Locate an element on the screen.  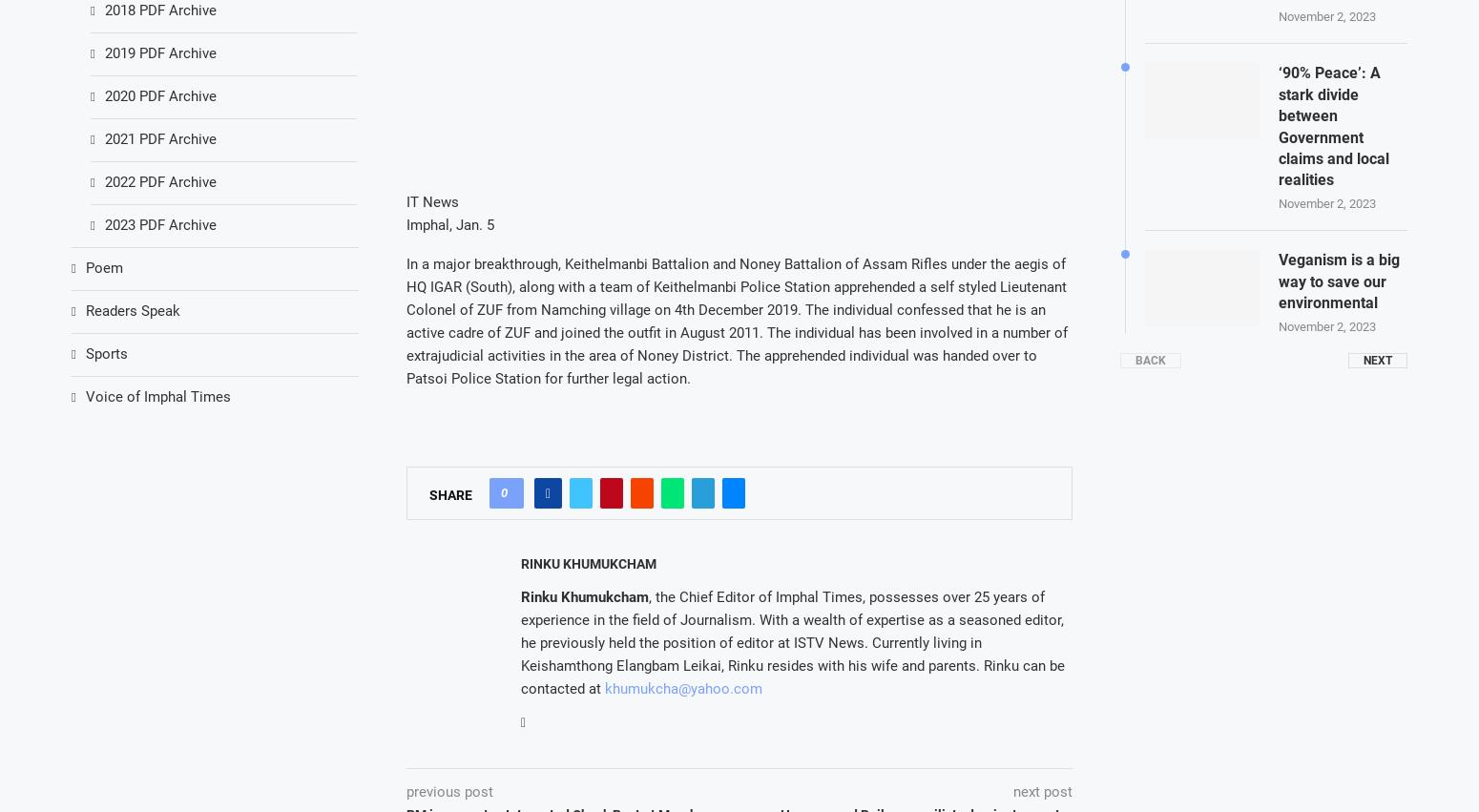
'In a major breakthrough, Keithelmanbi Battalion and Noney Battalion of Assam Rifles under the aegis of HQ IGAR (South), along with a team of Keithelmanbi Police Station apprehended a self styled Lieutenant Colonel of ZUF from Namching village on 4th December 2019. The individual confessed that he is an active cadre of ZUF and joined the outfit in August 2011. The individual has been involved in a number of extrajudicial activities in the area of Noney District. The apprehended individual was handed over to Patsoi Police Station for further legal action.' is located at coordinates (406, 320).